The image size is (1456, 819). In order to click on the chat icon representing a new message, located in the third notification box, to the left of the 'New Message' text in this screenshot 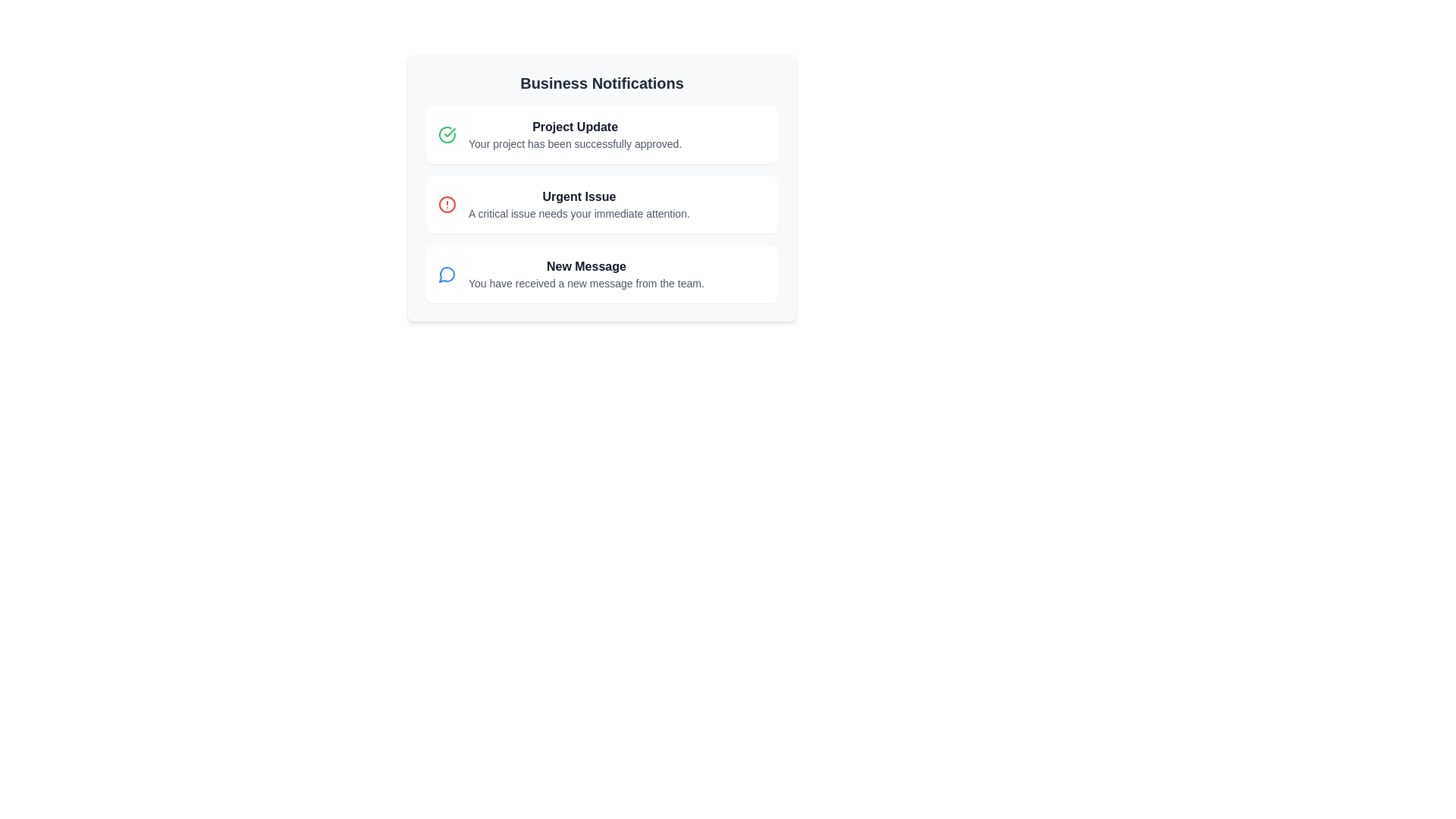, I will do `click(447, 275)`.